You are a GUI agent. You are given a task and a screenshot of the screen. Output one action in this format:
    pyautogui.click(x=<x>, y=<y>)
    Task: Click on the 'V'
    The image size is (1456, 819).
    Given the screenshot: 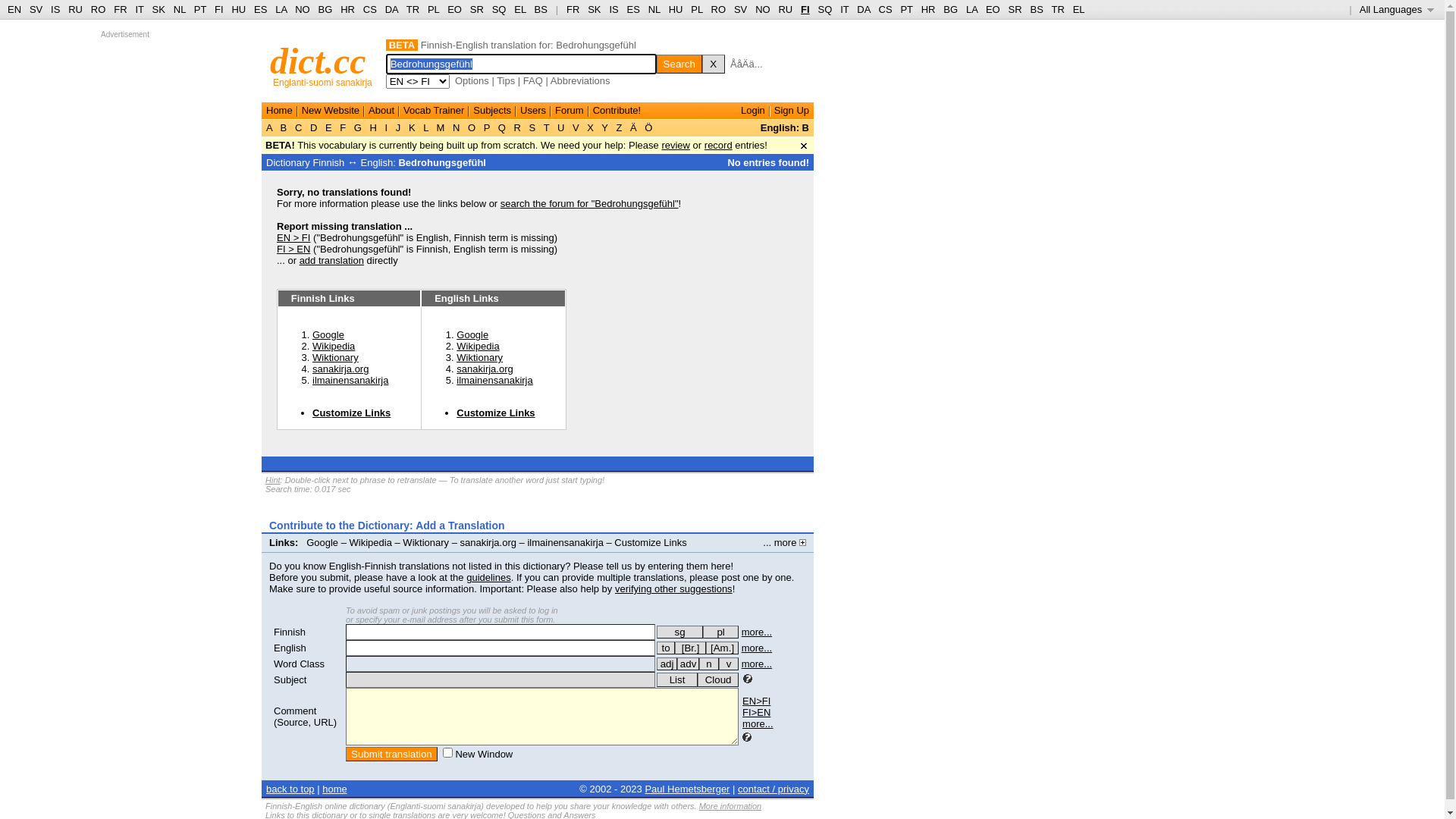 What is the action you would take?
    pyautogui.click(x=568, y=127)
    